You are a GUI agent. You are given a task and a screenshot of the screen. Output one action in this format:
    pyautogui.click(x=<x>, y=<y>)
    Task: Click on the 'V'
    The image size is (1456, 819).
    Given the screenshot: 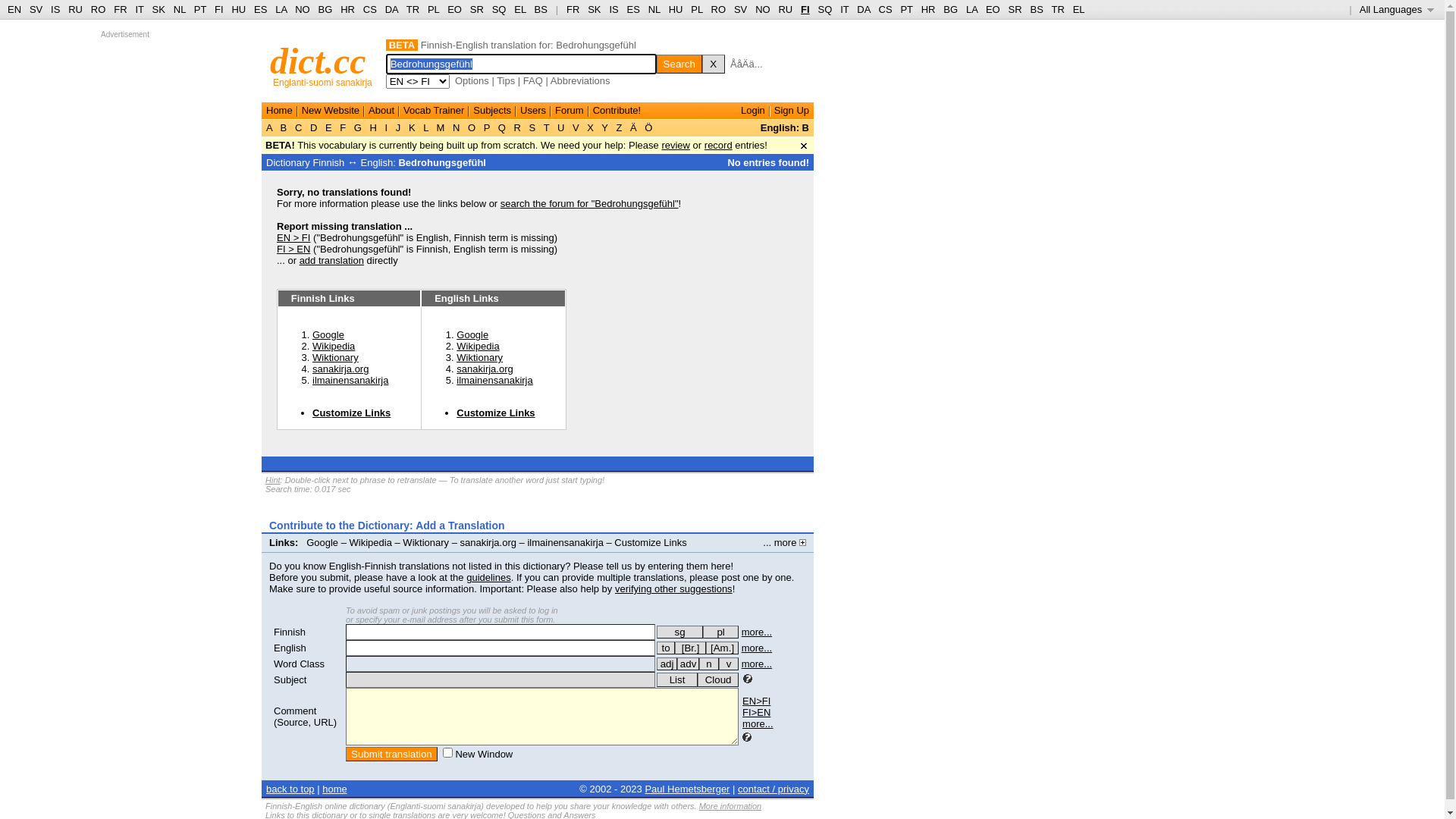 What is the action you would take?
    pyautogui.click(x=568, y=127)
    